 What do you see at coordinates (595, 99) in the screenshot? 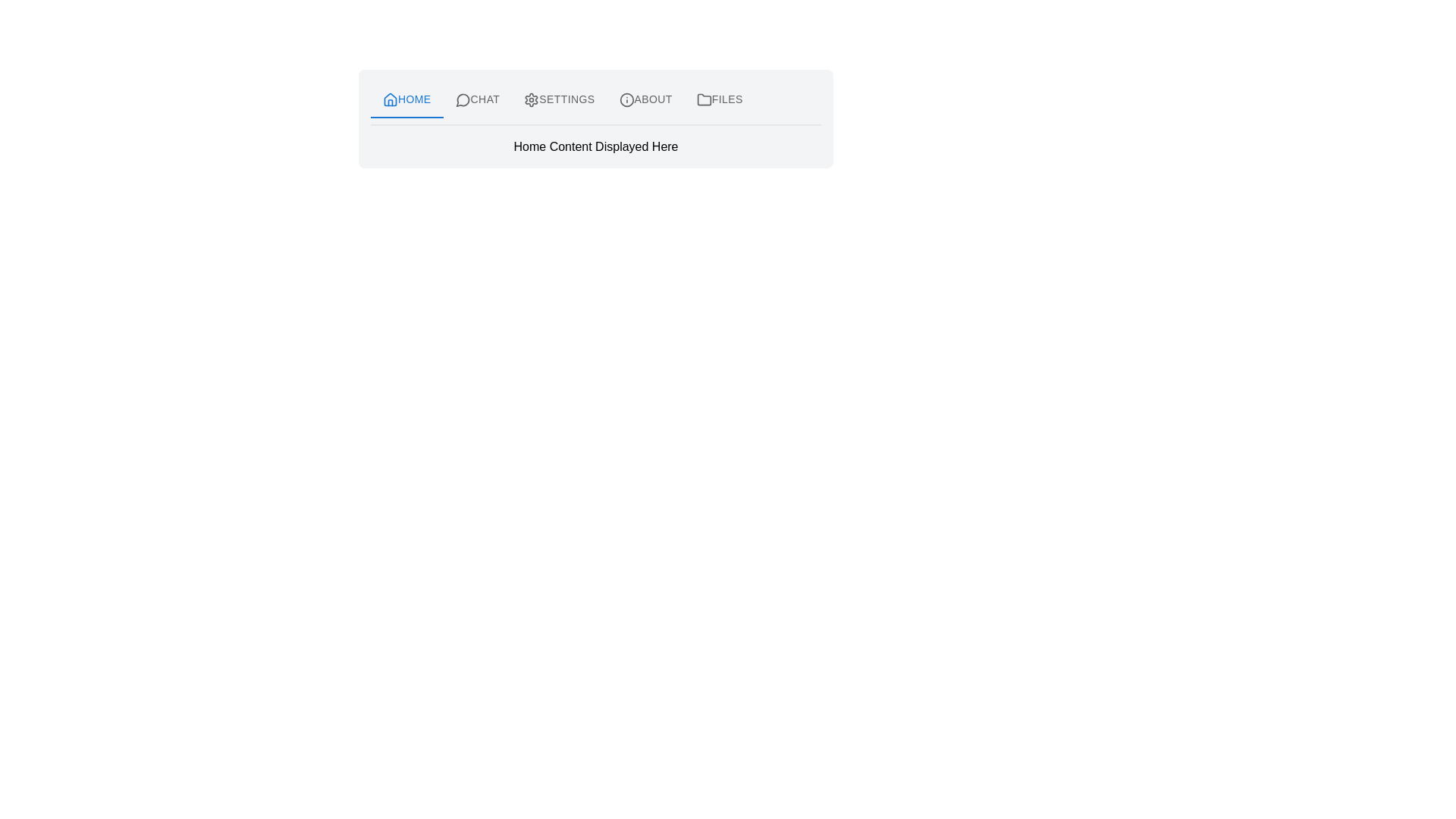
I see `the Navigation bar at the top center of the interface for accessibility navigation` at bounding box center [595, 99].